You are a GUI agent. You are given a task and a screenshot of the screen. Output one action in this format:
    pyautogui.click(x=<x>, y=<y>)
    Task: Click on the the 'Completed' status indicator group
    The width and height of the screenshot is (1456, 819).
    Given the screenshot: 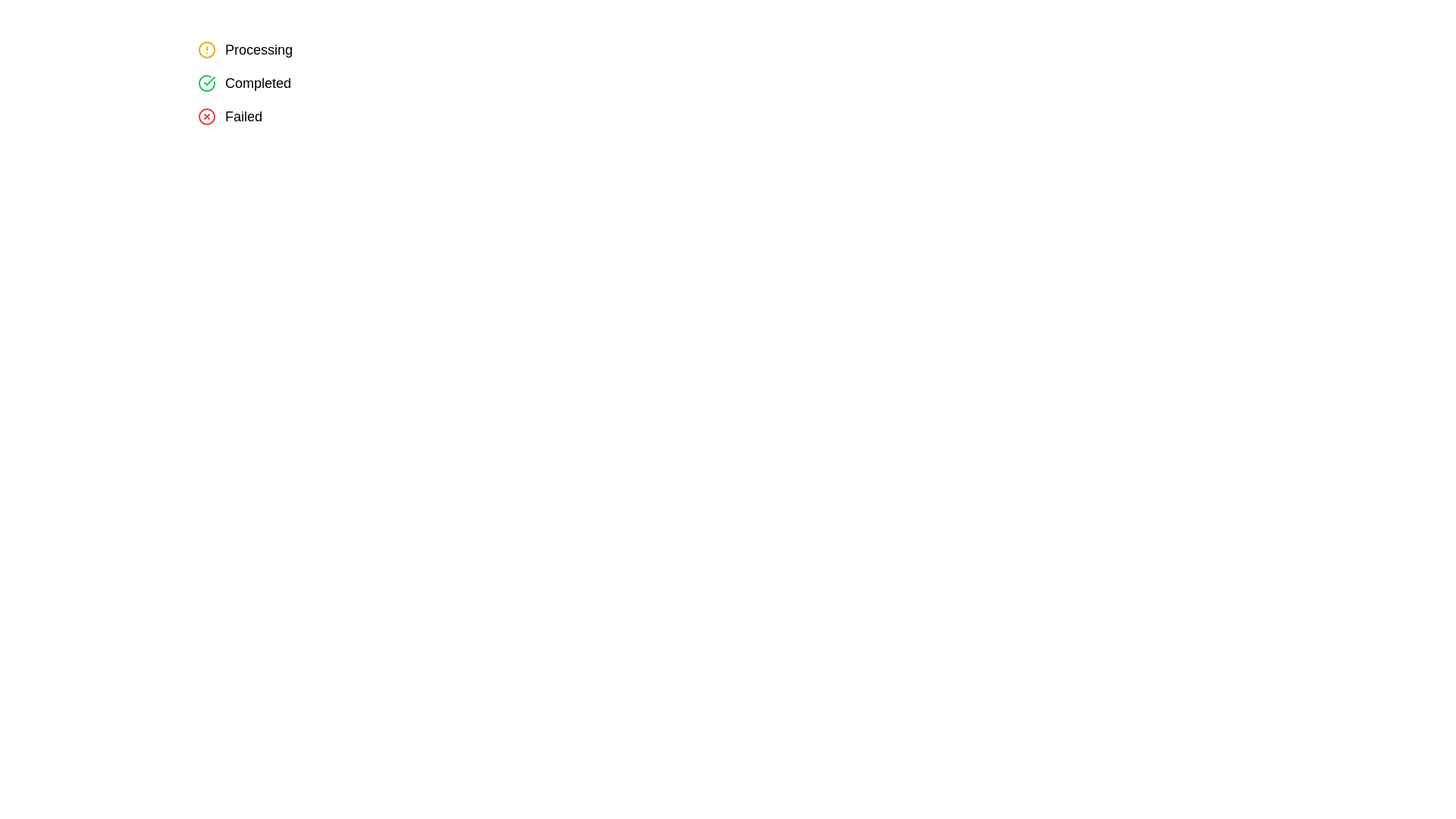 What is the action you would take?
    pyautogui.click(x=244, y=83)
    